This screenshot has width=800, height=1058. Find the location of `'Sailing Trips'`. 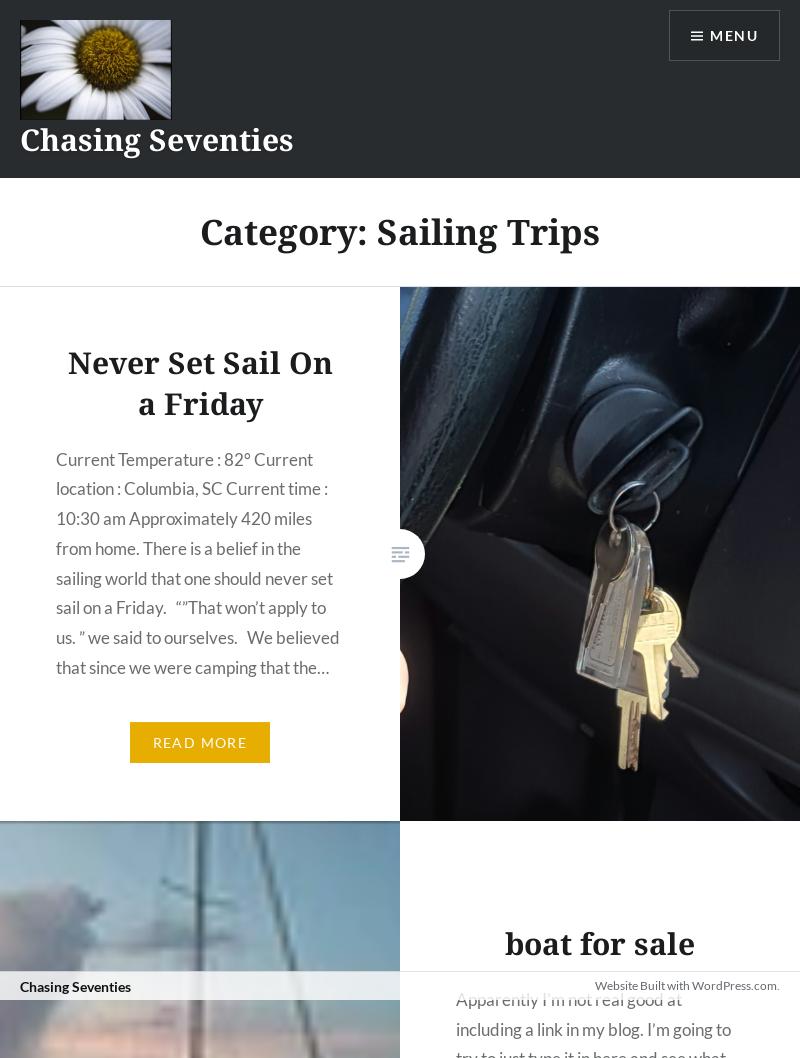

'Sailing Trips' is located at coordinates (488, 231).